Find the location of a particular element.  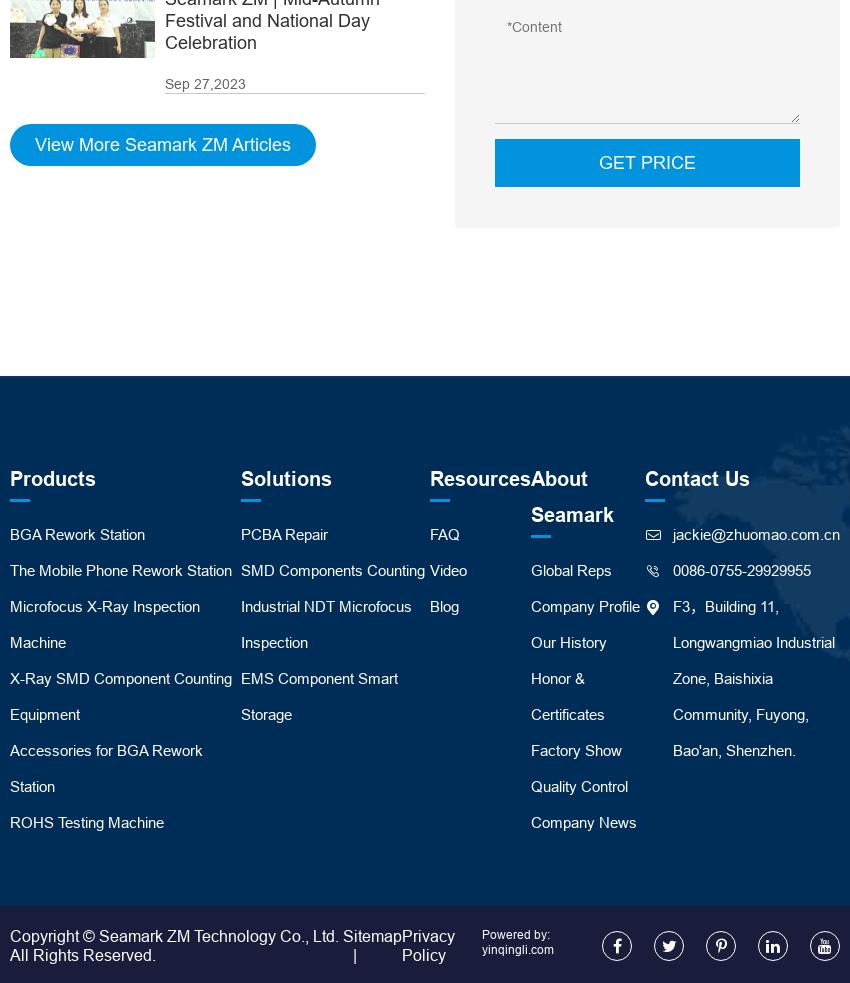

'Solutions' is located at coordinates (240, 477).